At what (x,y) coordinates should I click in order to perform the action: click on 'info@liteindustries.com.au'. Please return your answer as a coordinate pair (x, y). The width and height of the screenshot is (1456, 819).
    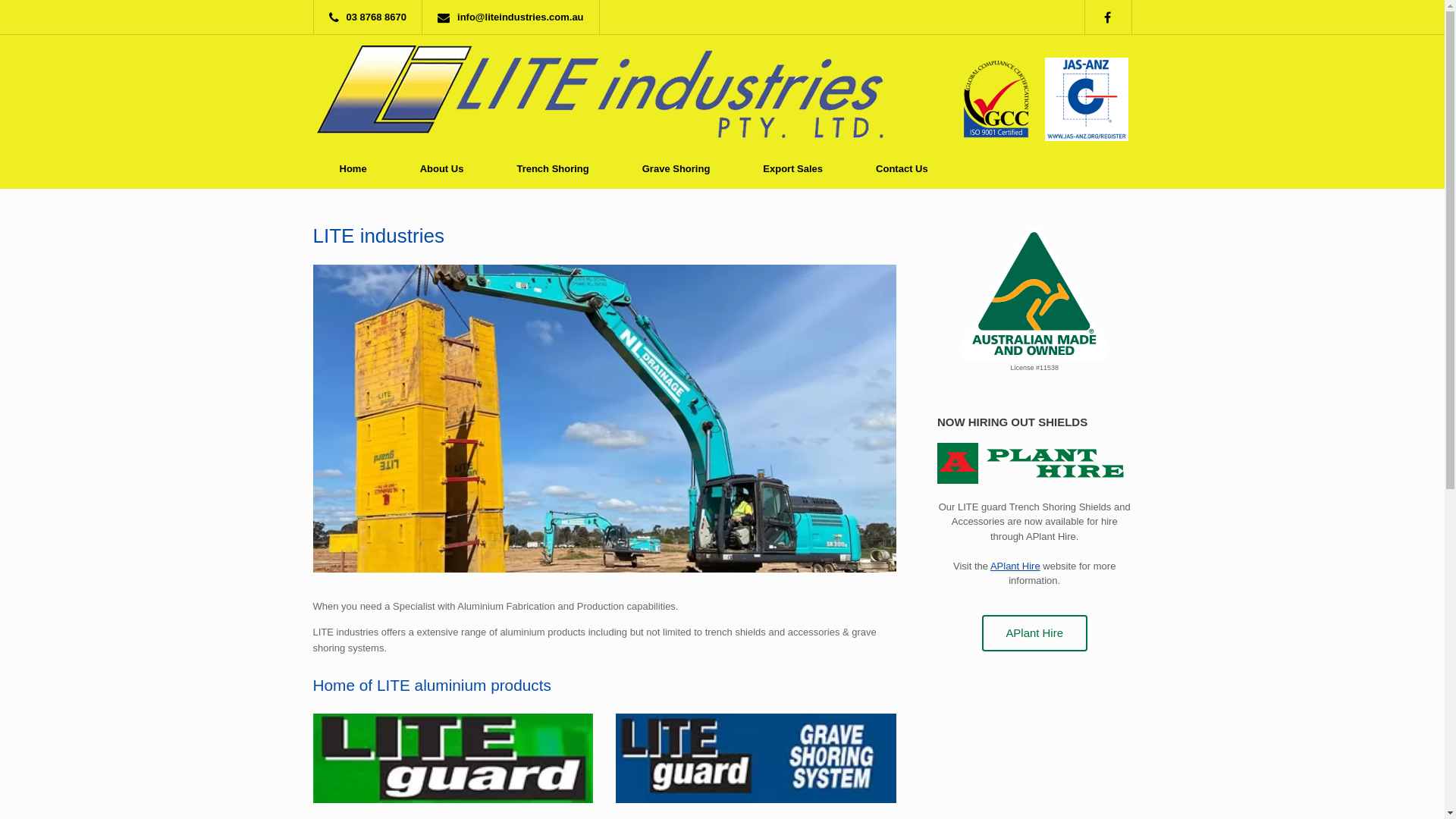
    Looking at the image, I should click on (514, 17).